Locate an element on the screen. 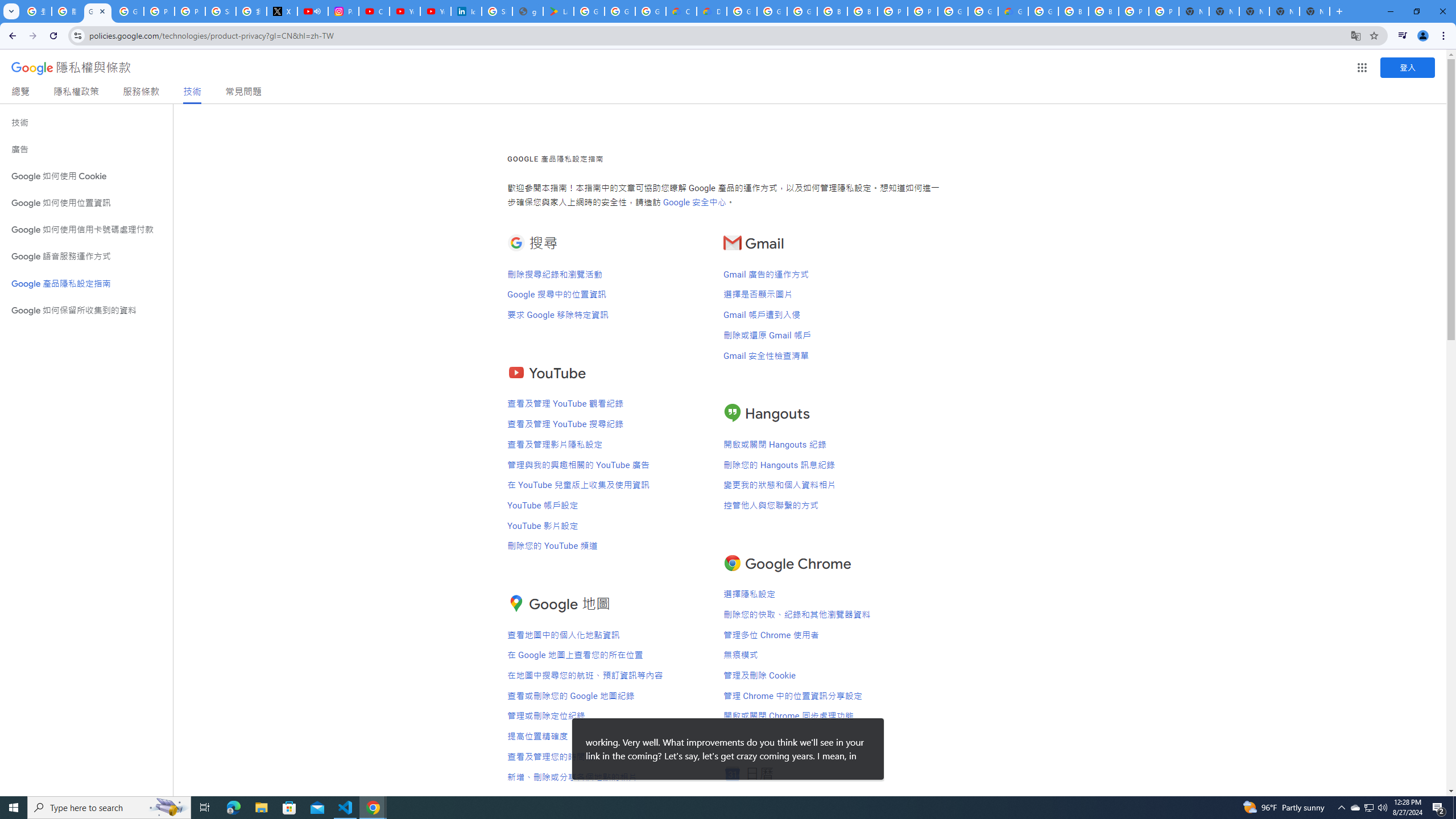 This screenshot has width=1456, height=819. 'Translate this page' is located at coordinates (1356, 35).